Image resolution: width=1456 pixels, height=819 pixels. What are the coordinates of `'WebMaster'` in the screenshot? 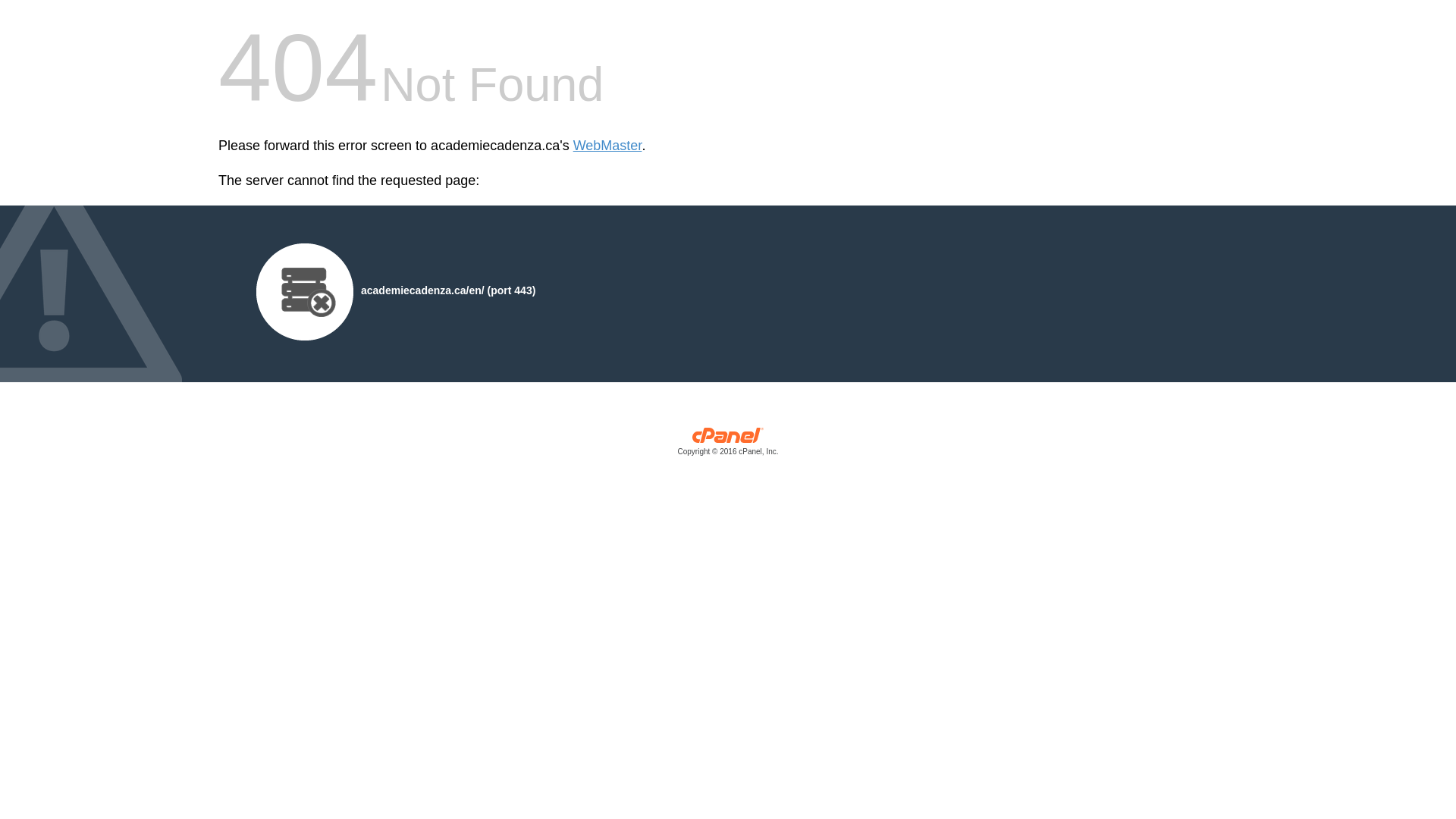 It's located at (607, 146).